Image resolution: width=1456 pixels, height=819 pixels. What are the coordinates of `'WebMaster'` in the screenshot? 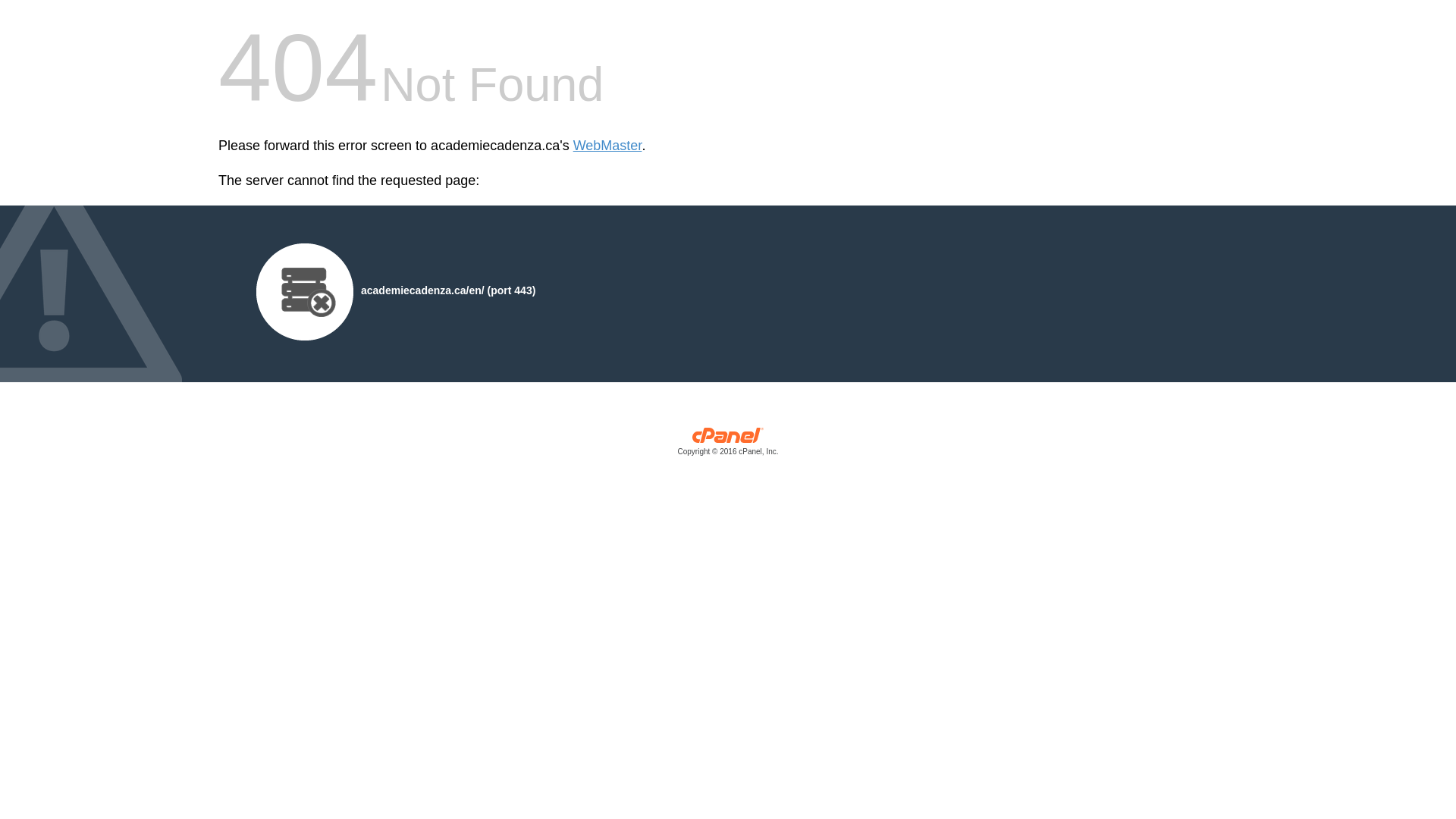 It's located at (607, 146).